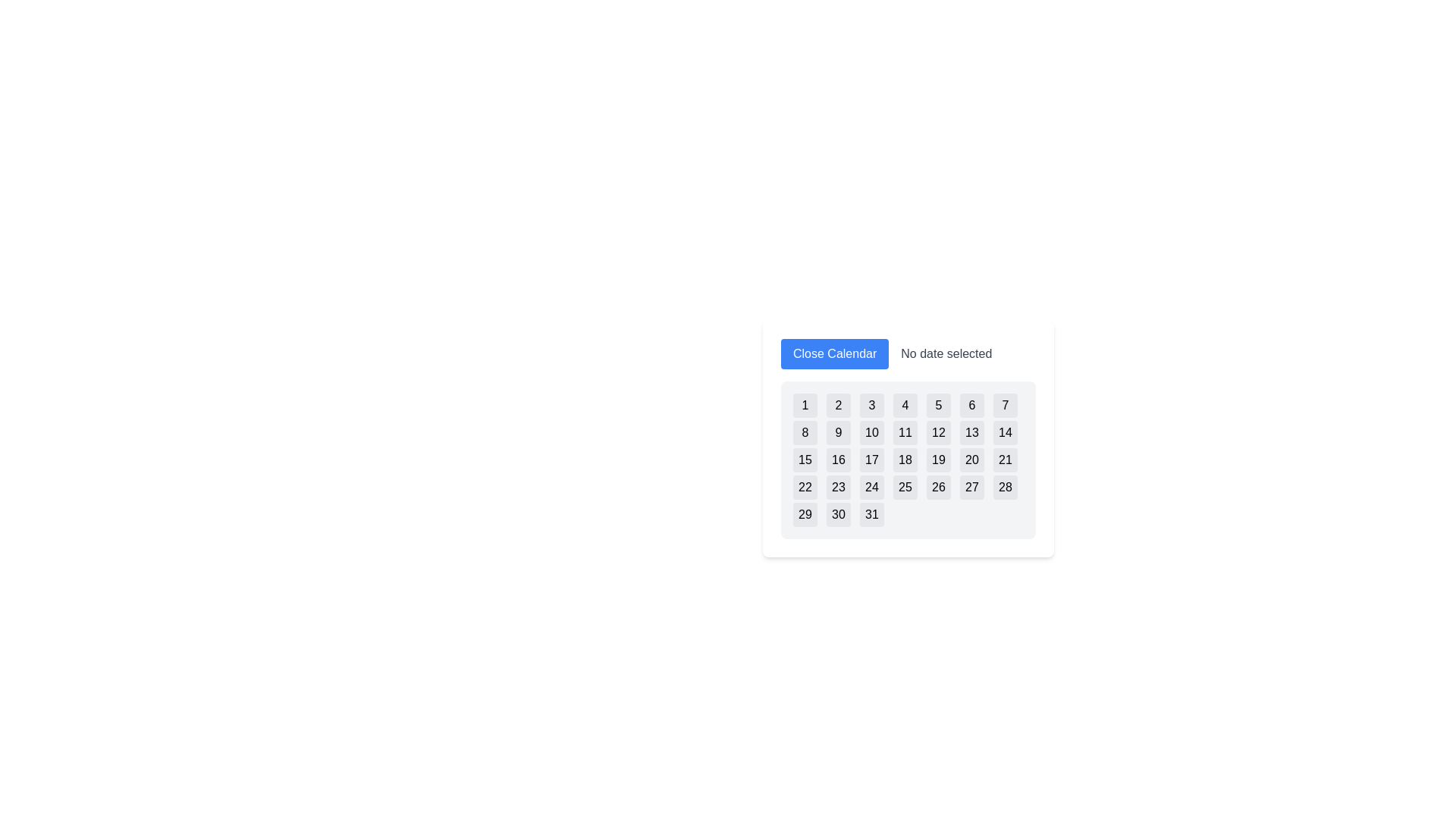  Describe the element at coordinates (872, 488) in the screenshot. I see `the calendar day selector button located` at that location.